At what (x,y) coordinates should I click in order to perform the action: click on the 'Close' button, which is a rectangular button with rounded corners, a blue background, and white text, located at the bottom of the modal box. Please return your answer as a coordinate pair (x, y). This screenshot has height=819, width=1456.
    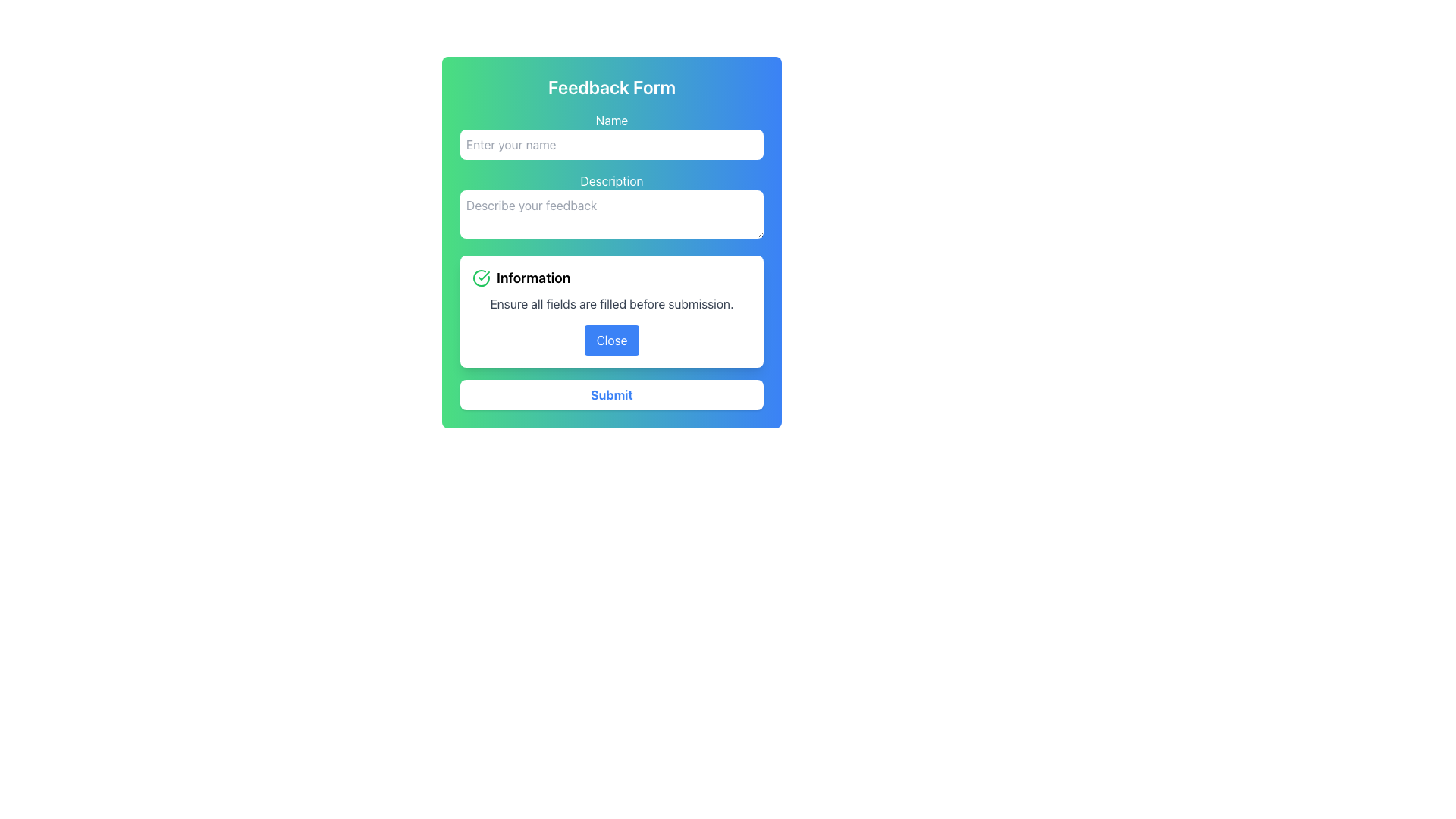
    Looking at the image, I should click on (611, 339).